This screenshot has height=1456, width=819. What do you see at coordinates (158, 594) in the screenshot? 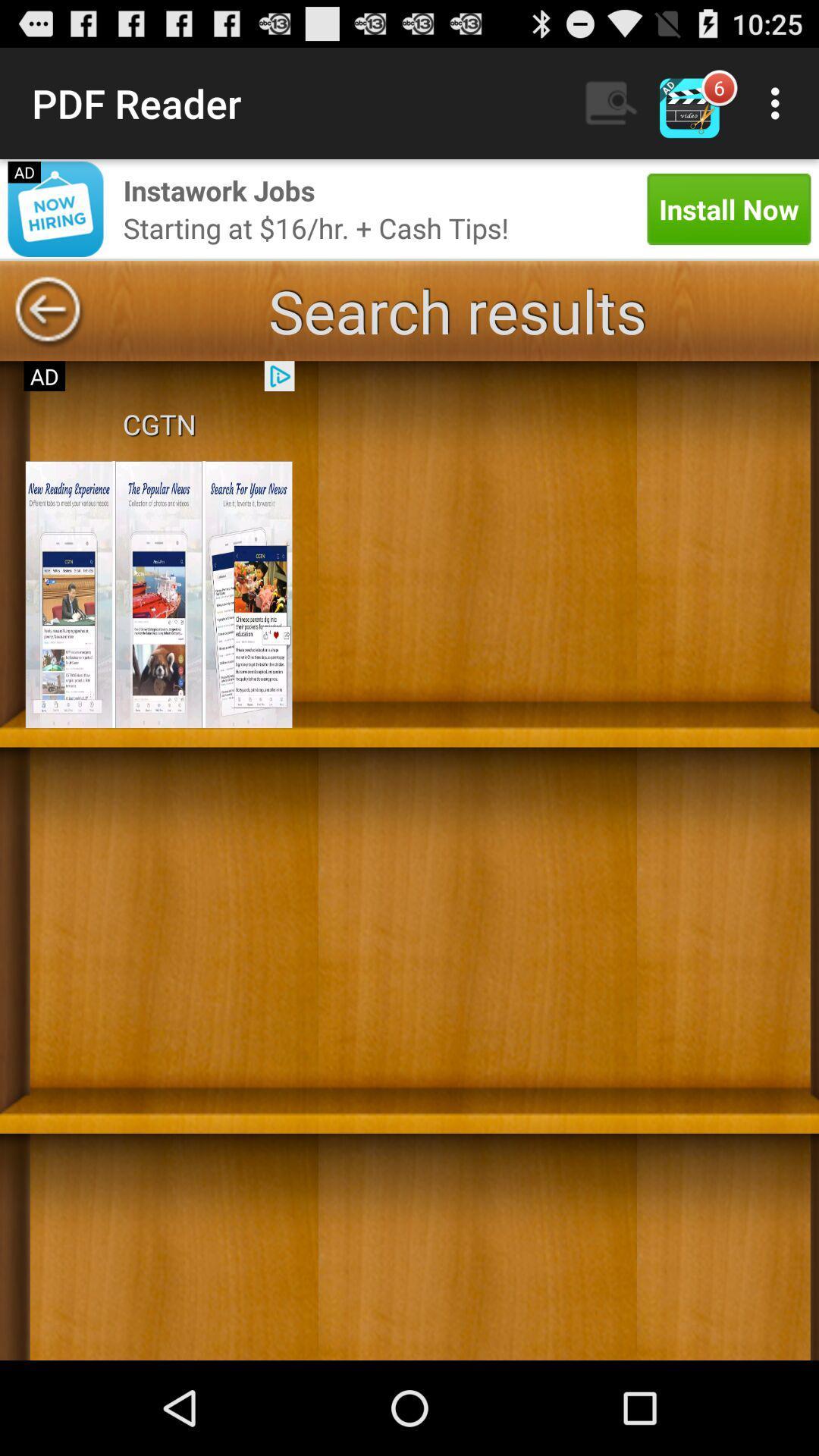
I see `open advertisement` at bounding box center [158, 594].